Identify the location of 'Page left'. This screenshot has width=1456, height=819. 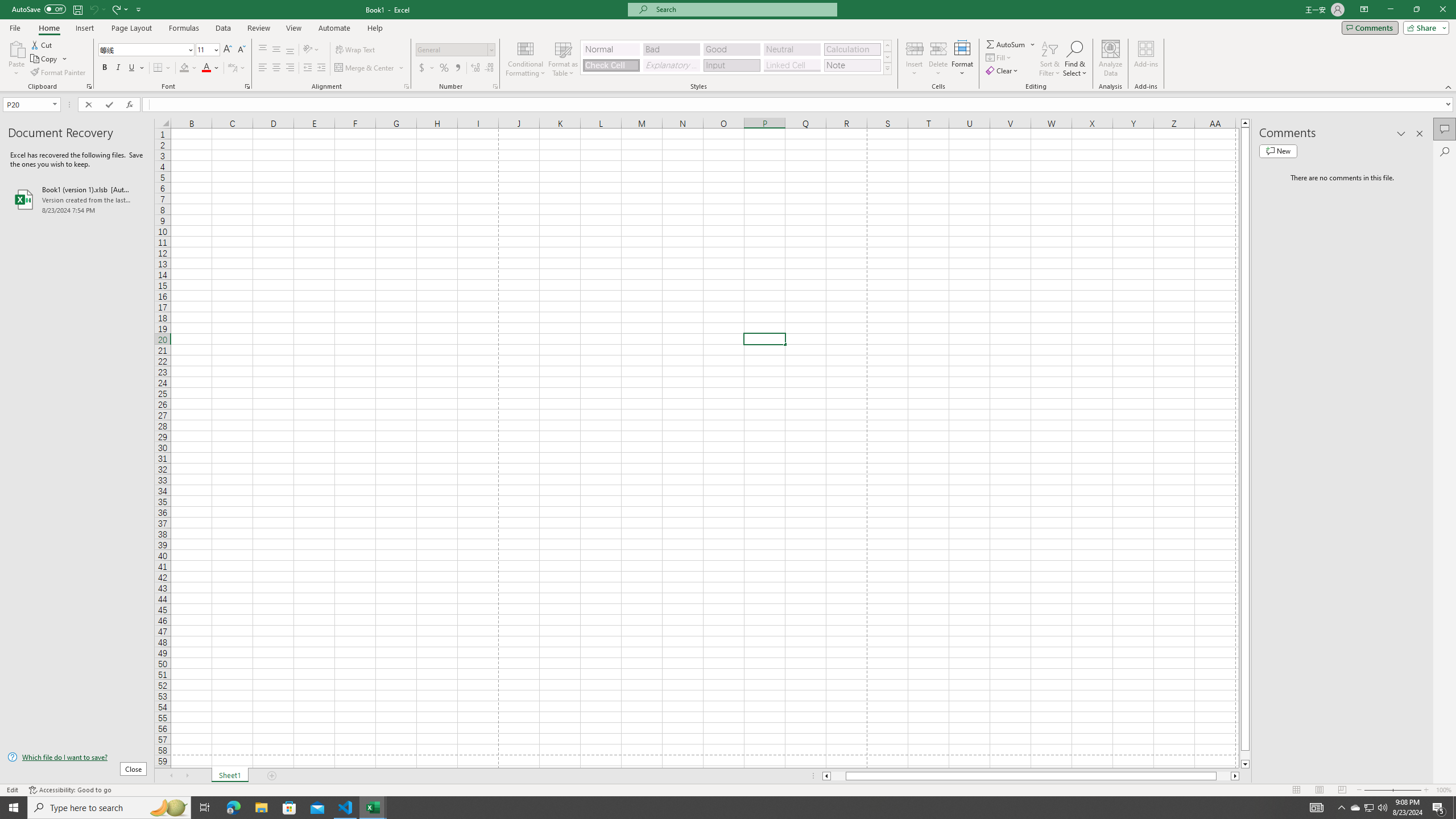
(838, 775).